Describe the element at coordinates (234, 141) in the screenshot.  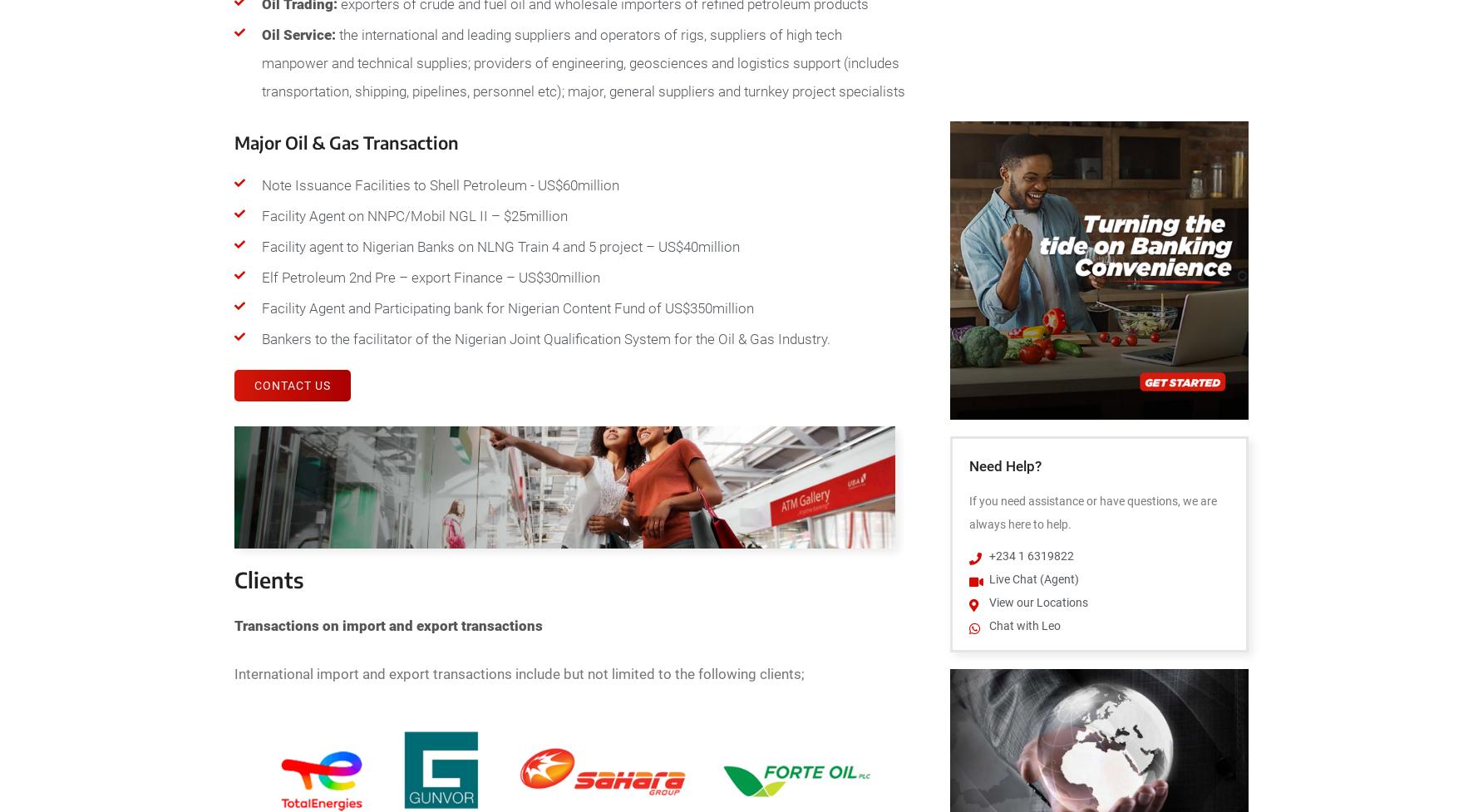
I see `'Major Oil & Gas Transaction'` at that location.